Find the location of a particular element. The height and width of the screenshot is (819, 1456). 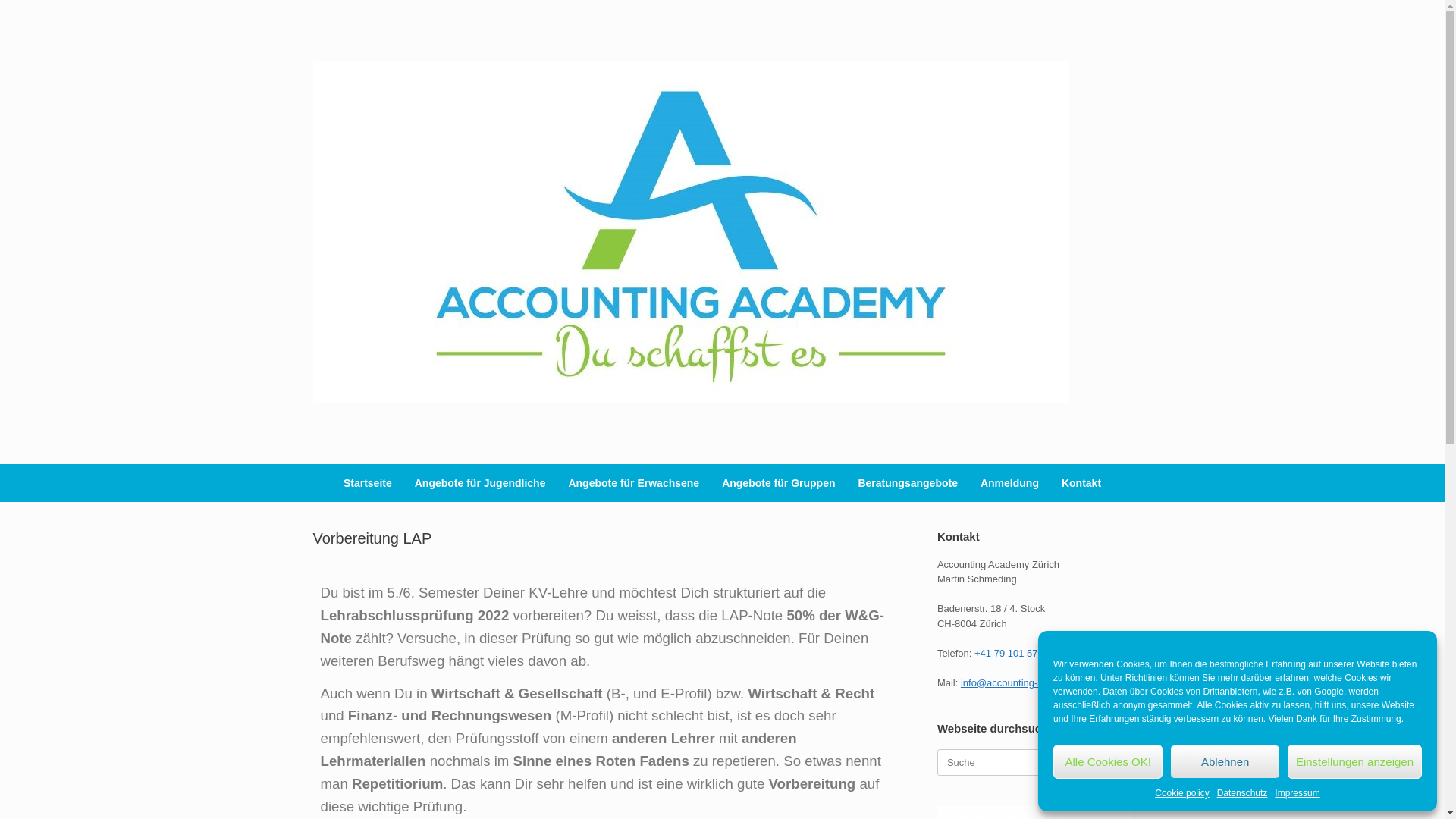

'info@accounting-academy.ch' is located at coordinates (1025, 681).